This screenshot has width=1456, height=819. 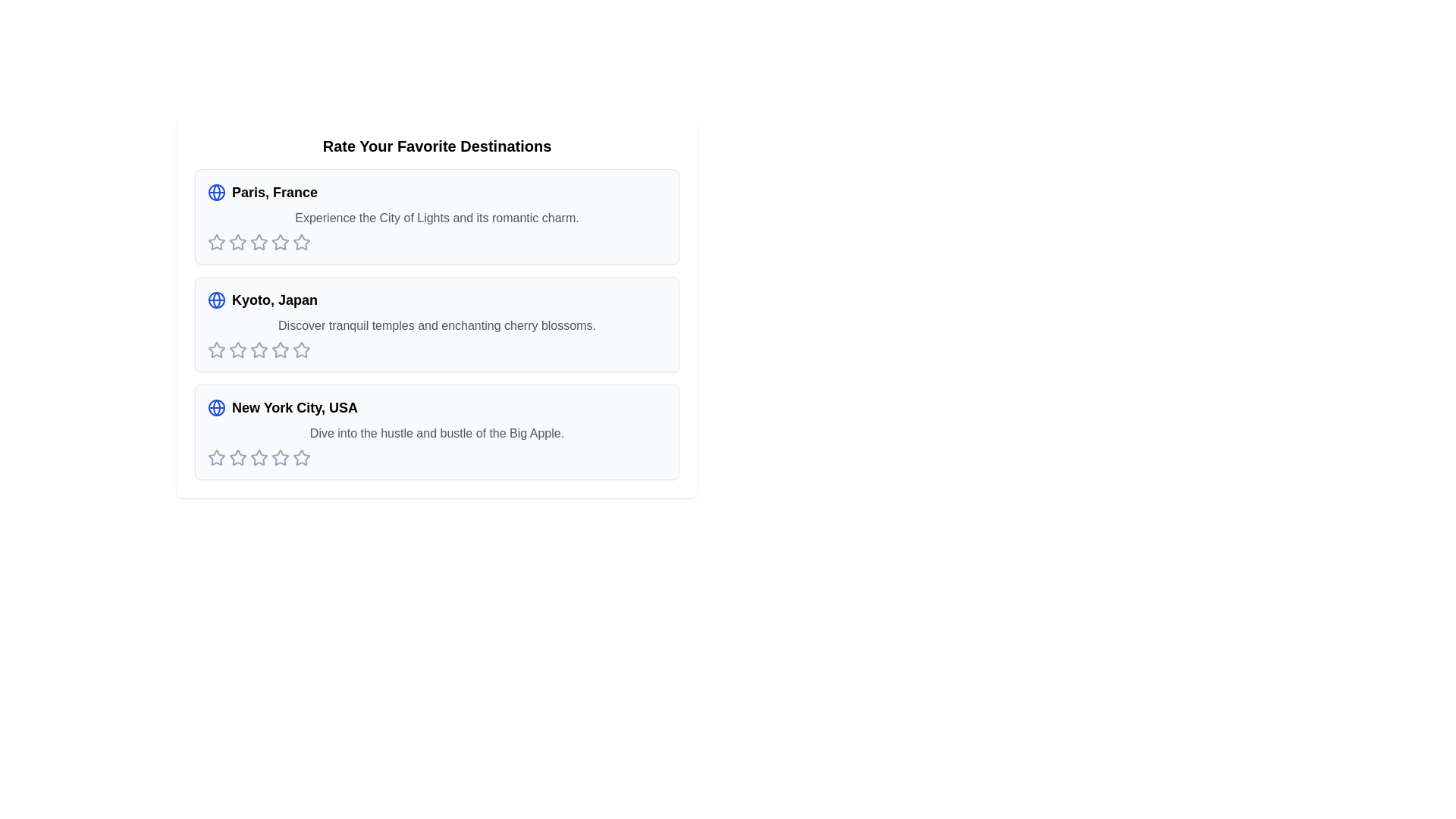 I want to click on the title text located at the bottom item of a vertically aligned list of destinations, which includes an icon to its left and a description below it, so click(x=294, y=406).